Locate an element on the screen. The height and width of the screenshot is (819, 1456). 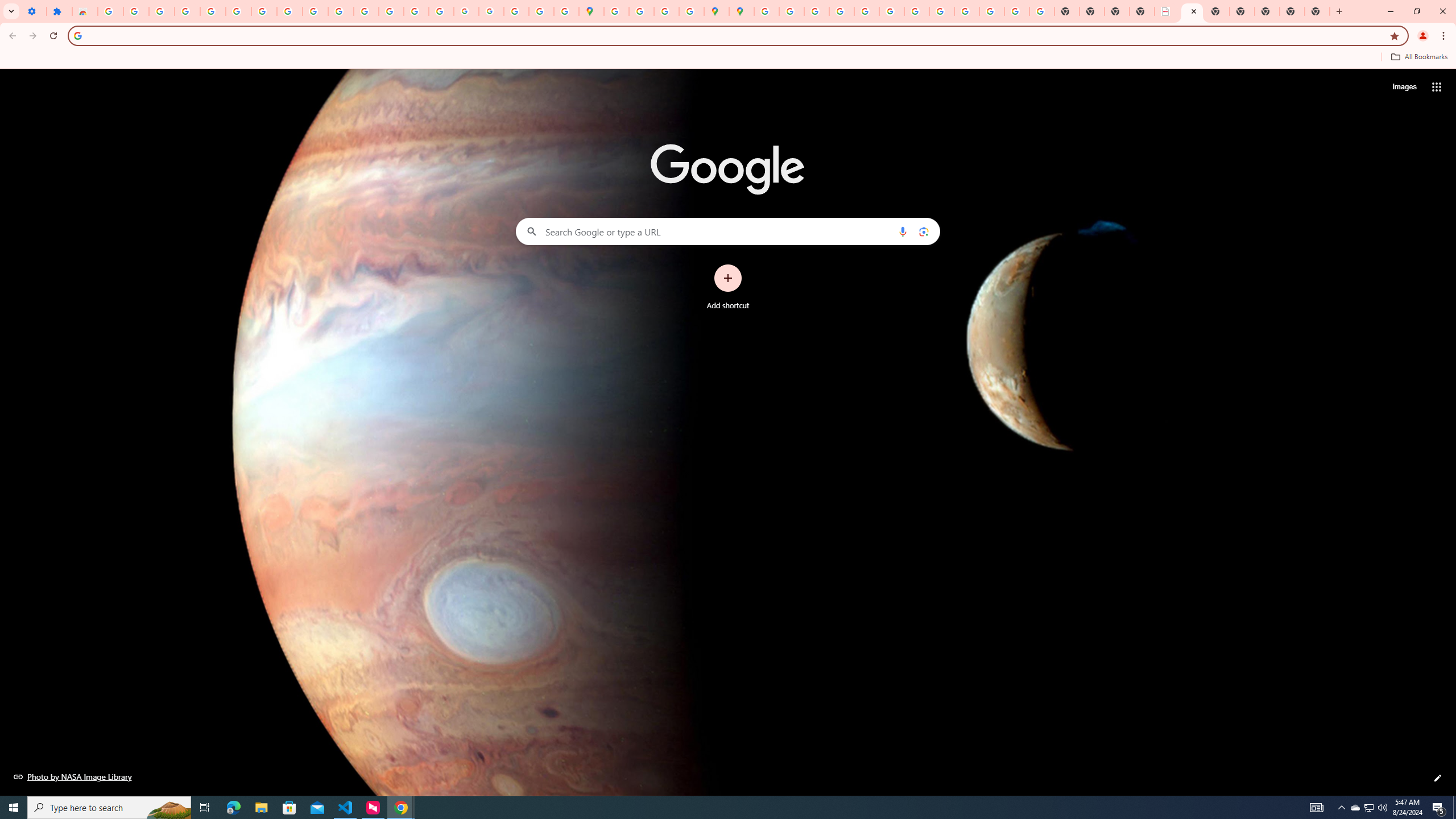
'Settings - On startup' is located at coordinates (34, 11).